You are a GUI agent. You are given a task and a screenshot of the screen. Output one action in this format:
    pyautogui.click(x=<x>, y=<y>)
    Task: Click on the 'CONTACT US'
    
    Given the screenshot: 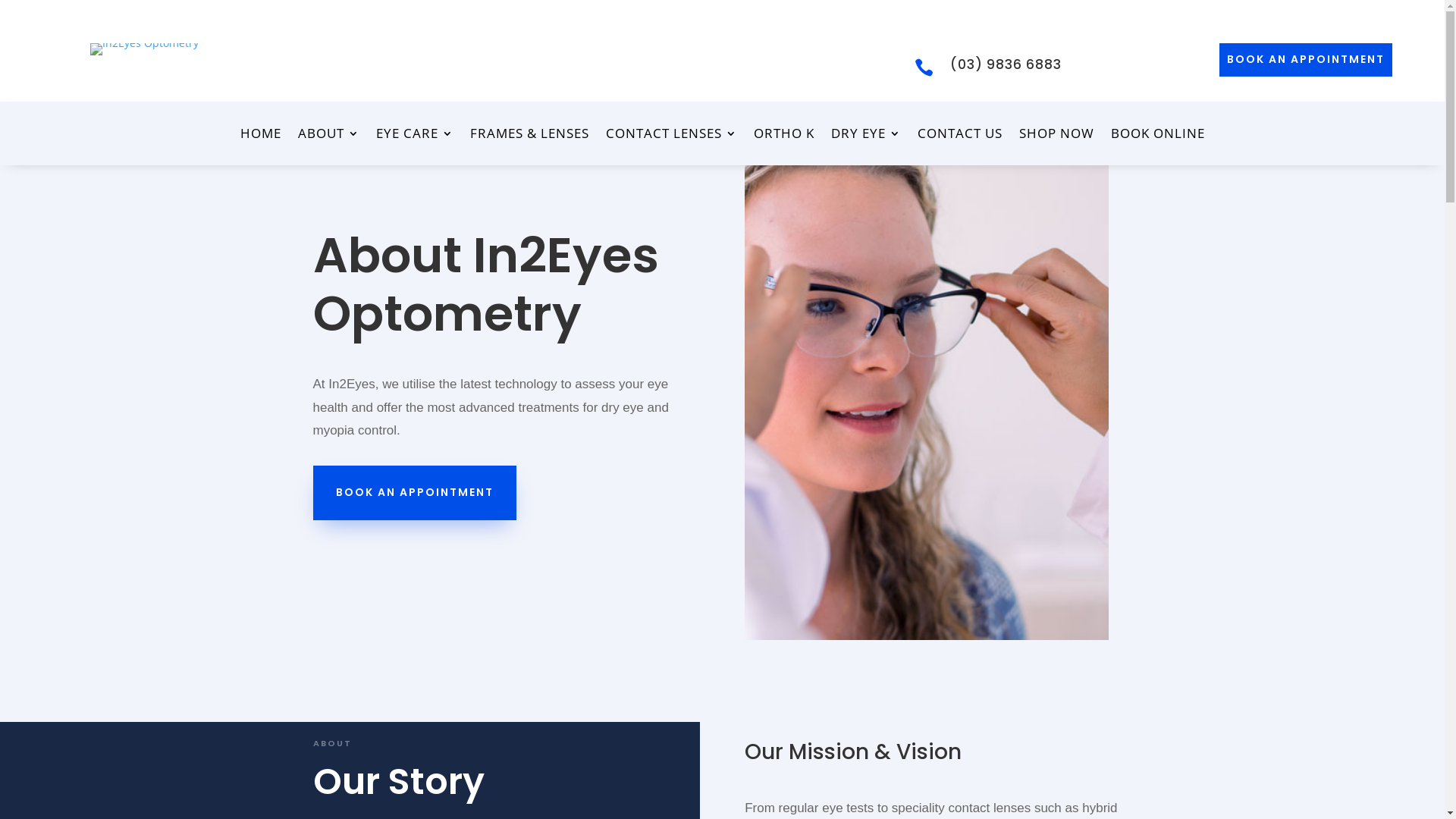 What is the action you would take?
    pyautogui.click(x=959, y=136)
    